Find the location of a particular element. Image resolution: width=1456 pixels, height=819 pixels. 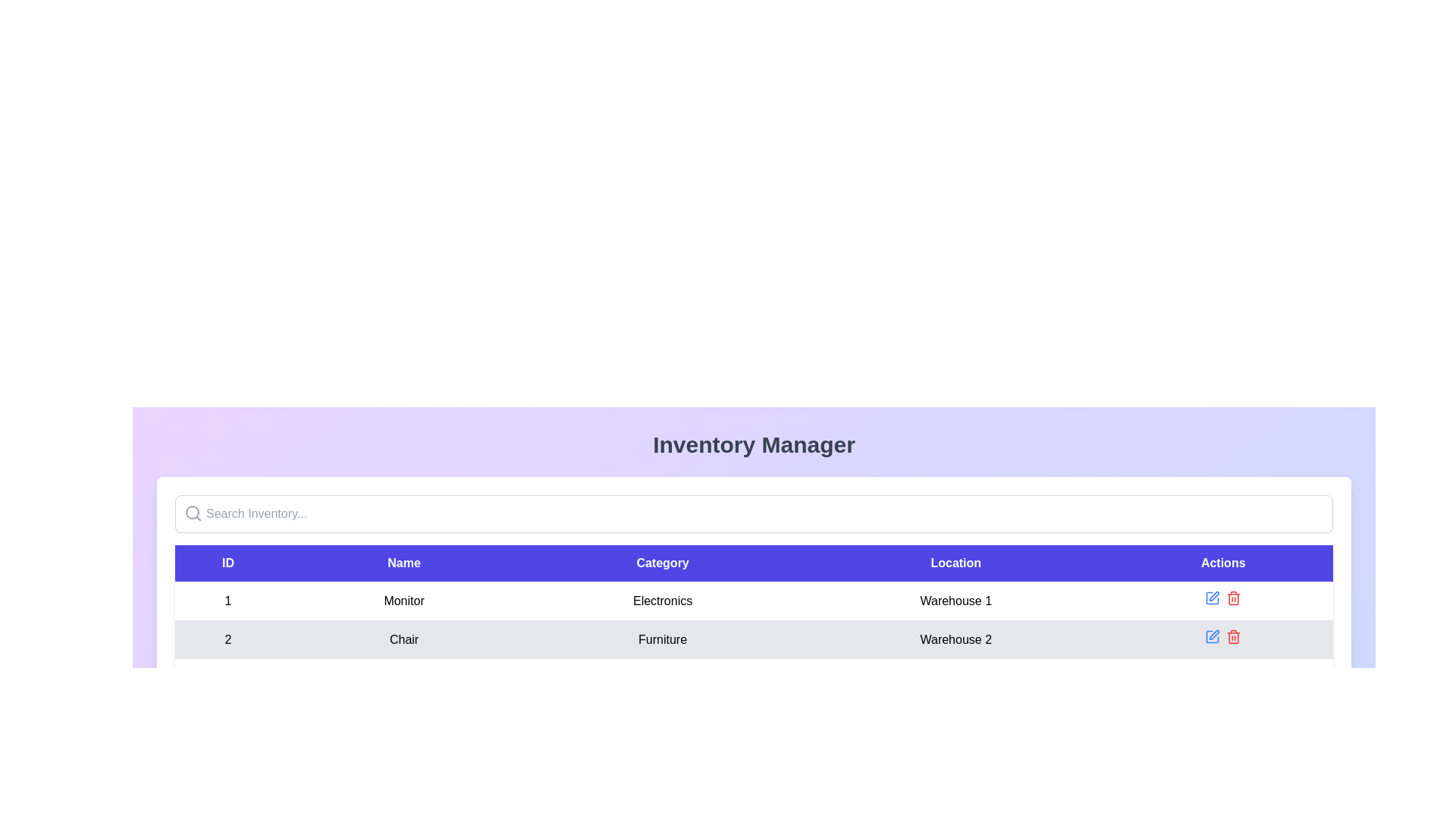

the text element that serves as the identifier for the row in the table, located in the first column of the first row is located at coordinates (227, 600).